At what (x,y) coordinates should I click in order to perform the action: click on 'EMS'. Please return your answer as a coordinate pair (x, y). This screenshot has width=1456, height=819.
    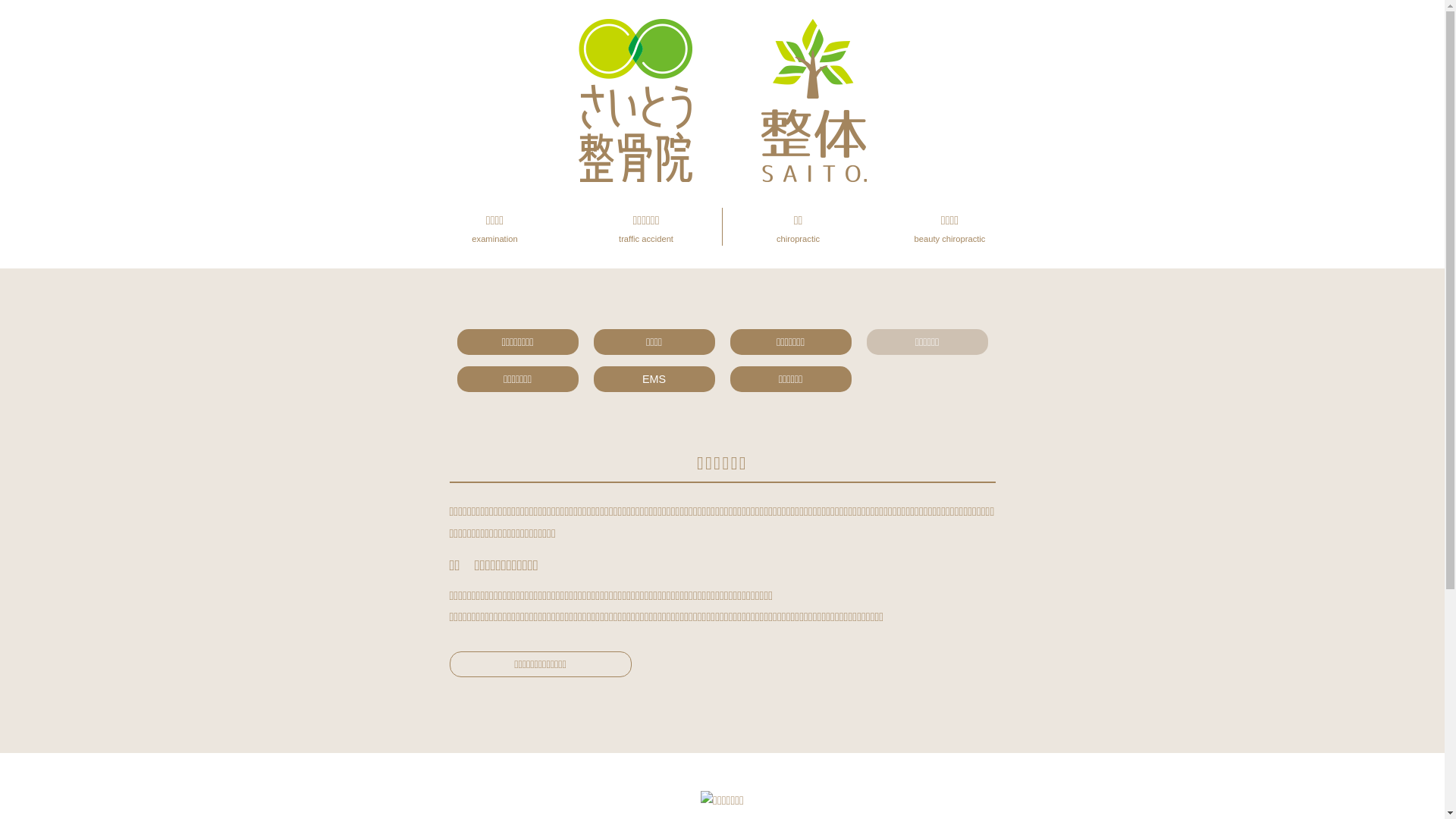
    Looking at the image, I should click on (592, 378).